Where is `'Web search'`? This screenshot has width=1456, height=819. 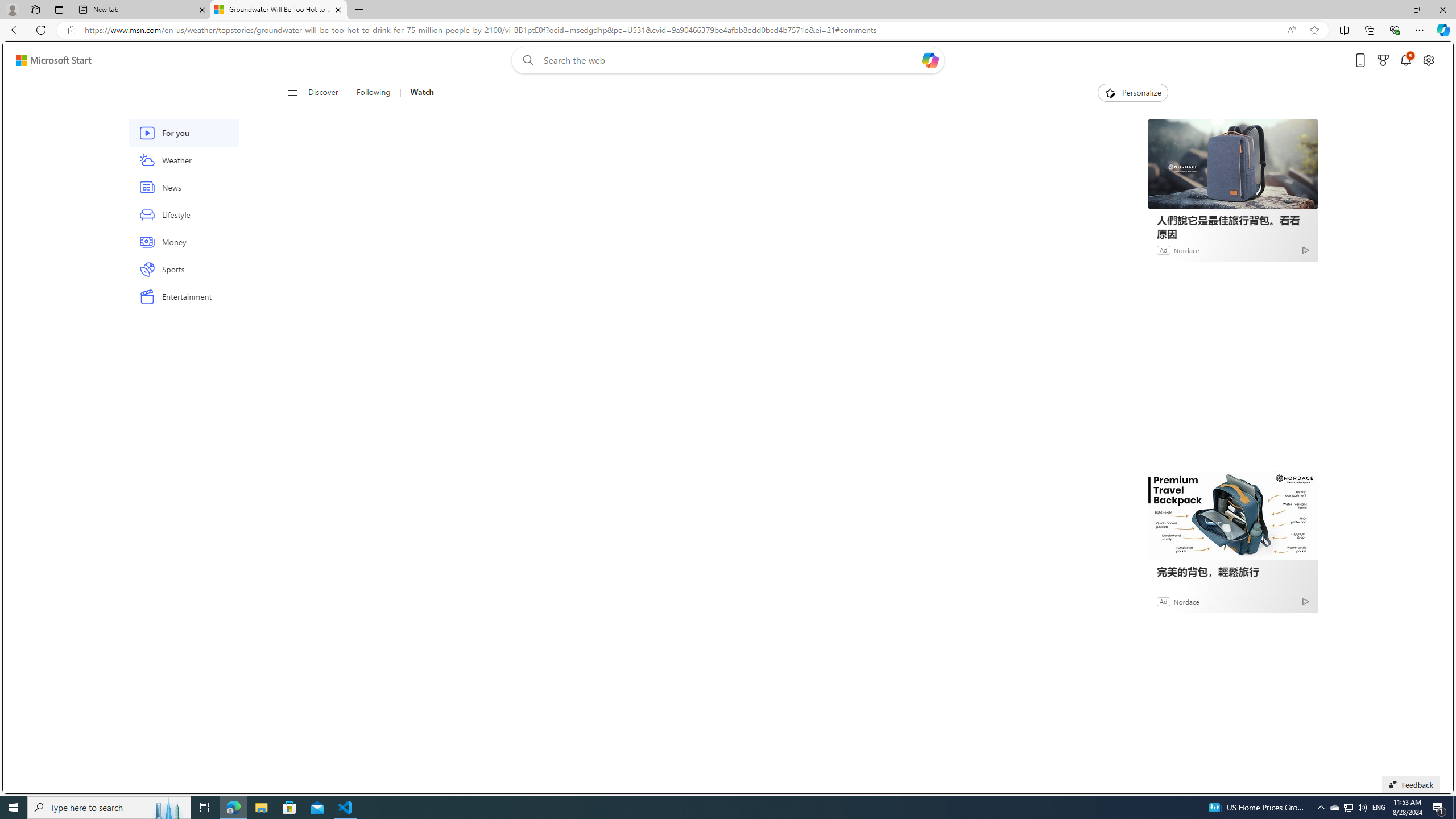 'Web search' is located at coordinates (526, 60).